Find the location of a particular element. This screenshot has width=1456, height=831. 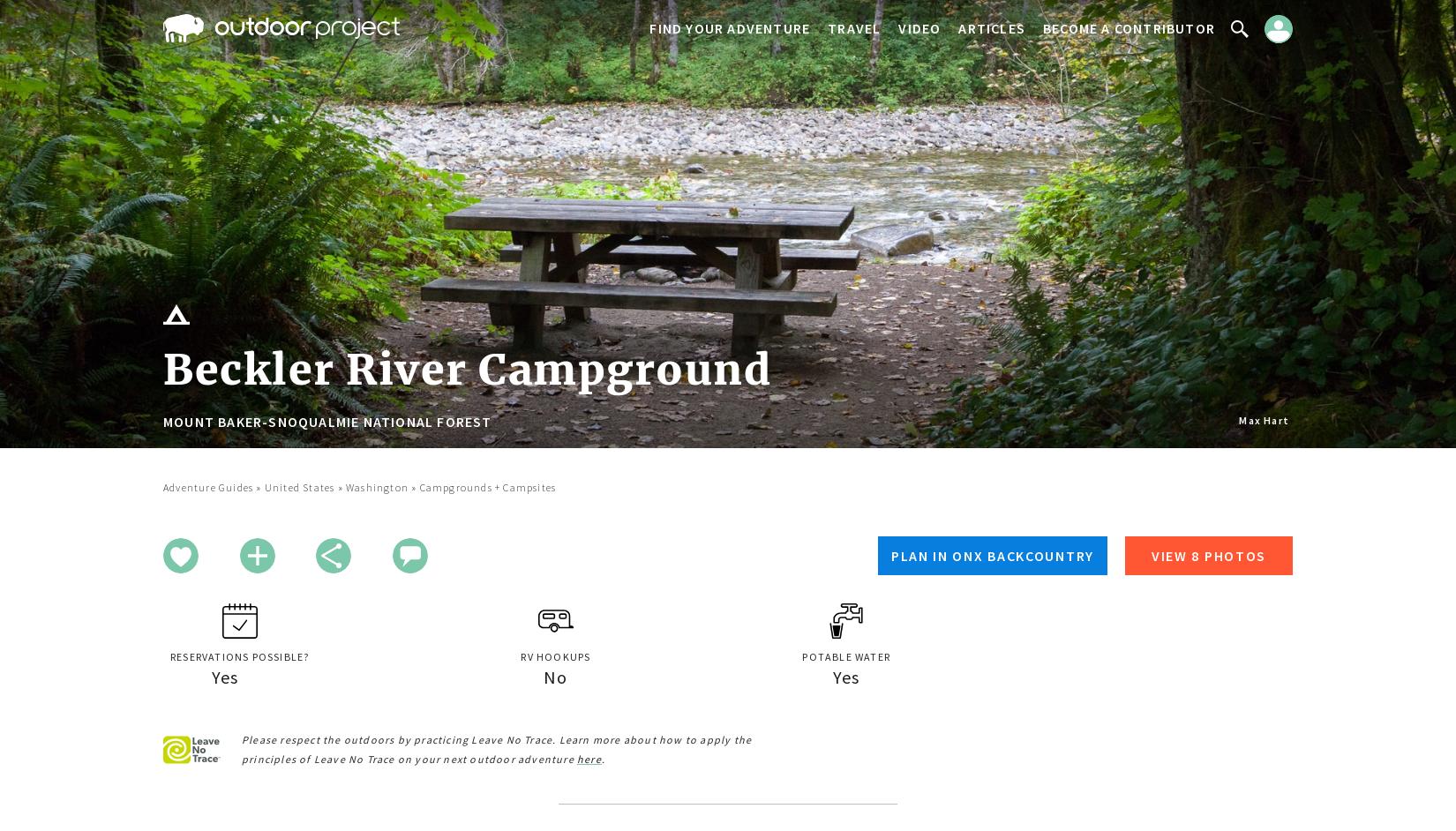

'Sign In' is located at coordinates (1245, 79).